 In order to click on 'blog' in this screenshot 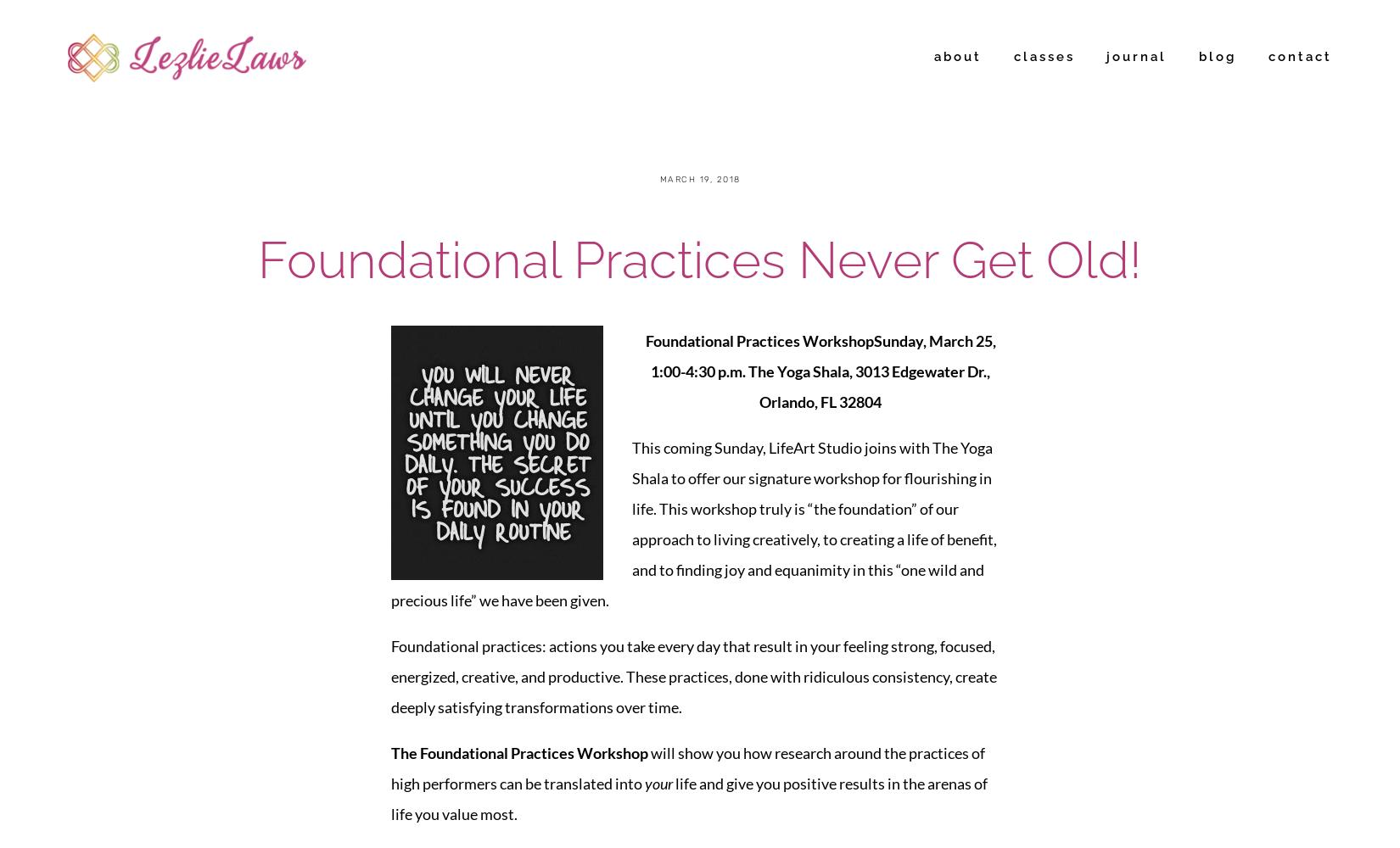, I will do `click(1217, 56)`.